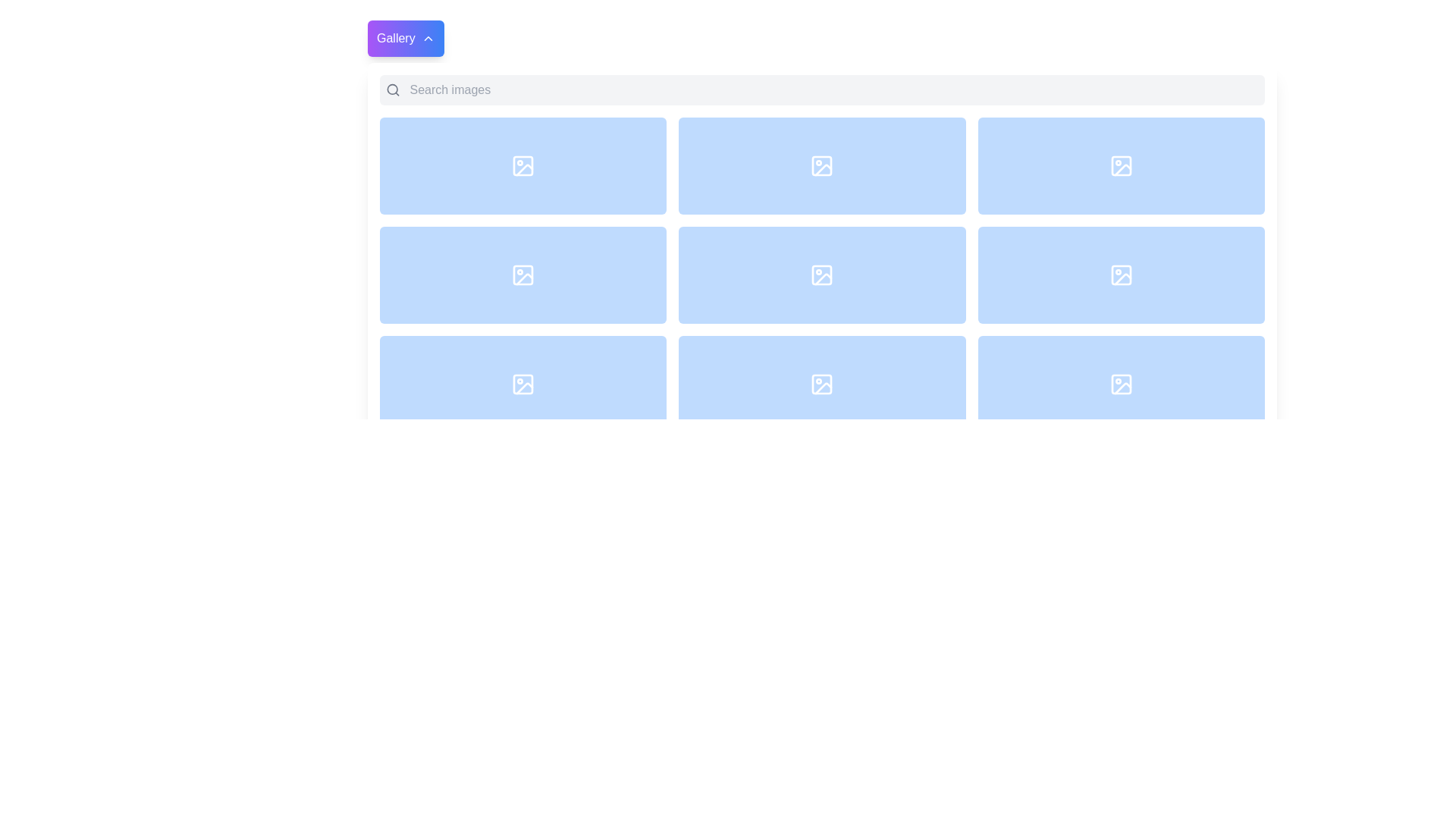 This screenshot has height=819, width=1456. I want to click on the rectangular button with a light blue background and a picture icon, so click(523, 383).